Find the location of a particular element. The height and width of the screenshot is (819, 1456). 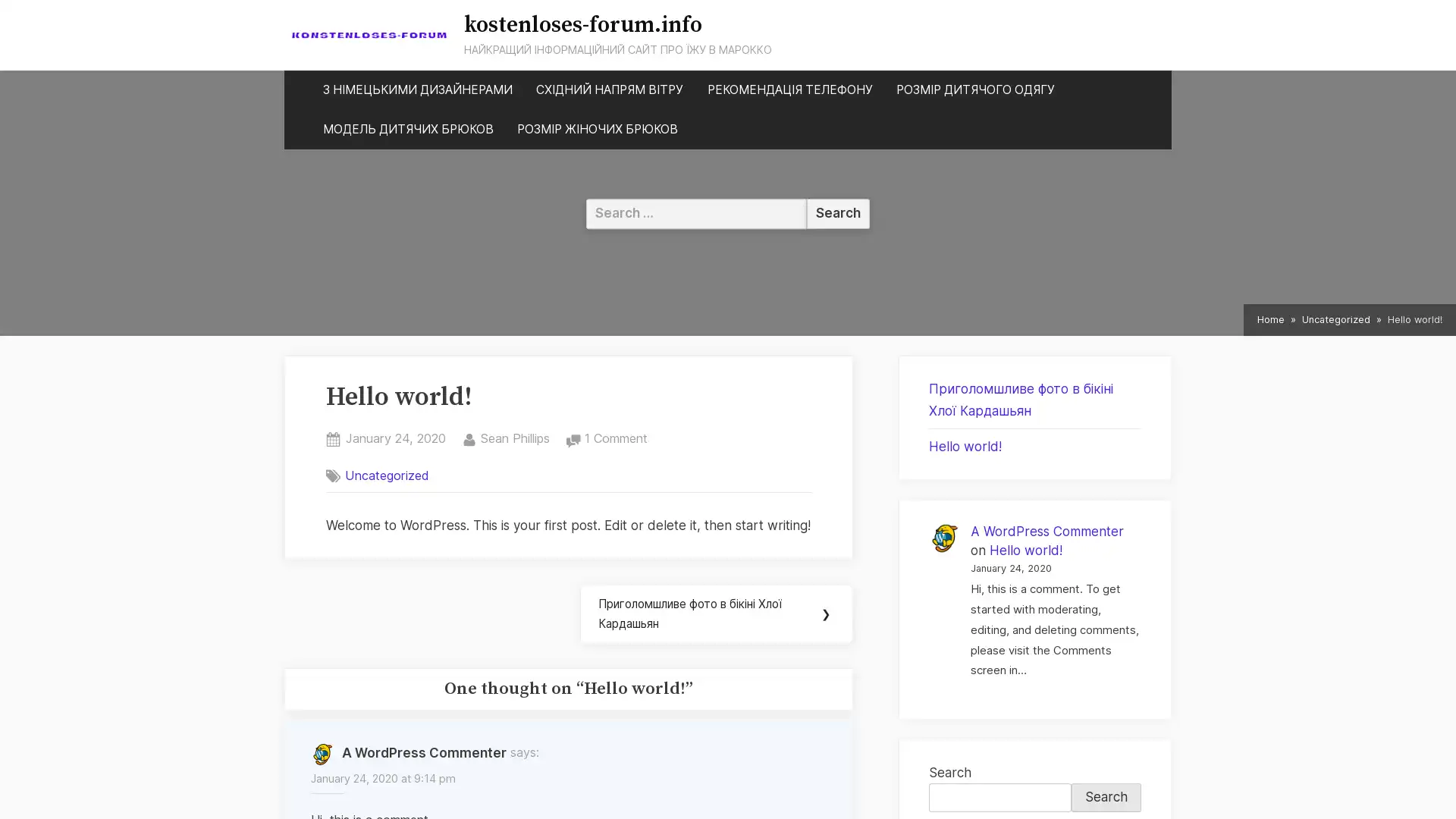

Search is located at coordinates (837, 213).